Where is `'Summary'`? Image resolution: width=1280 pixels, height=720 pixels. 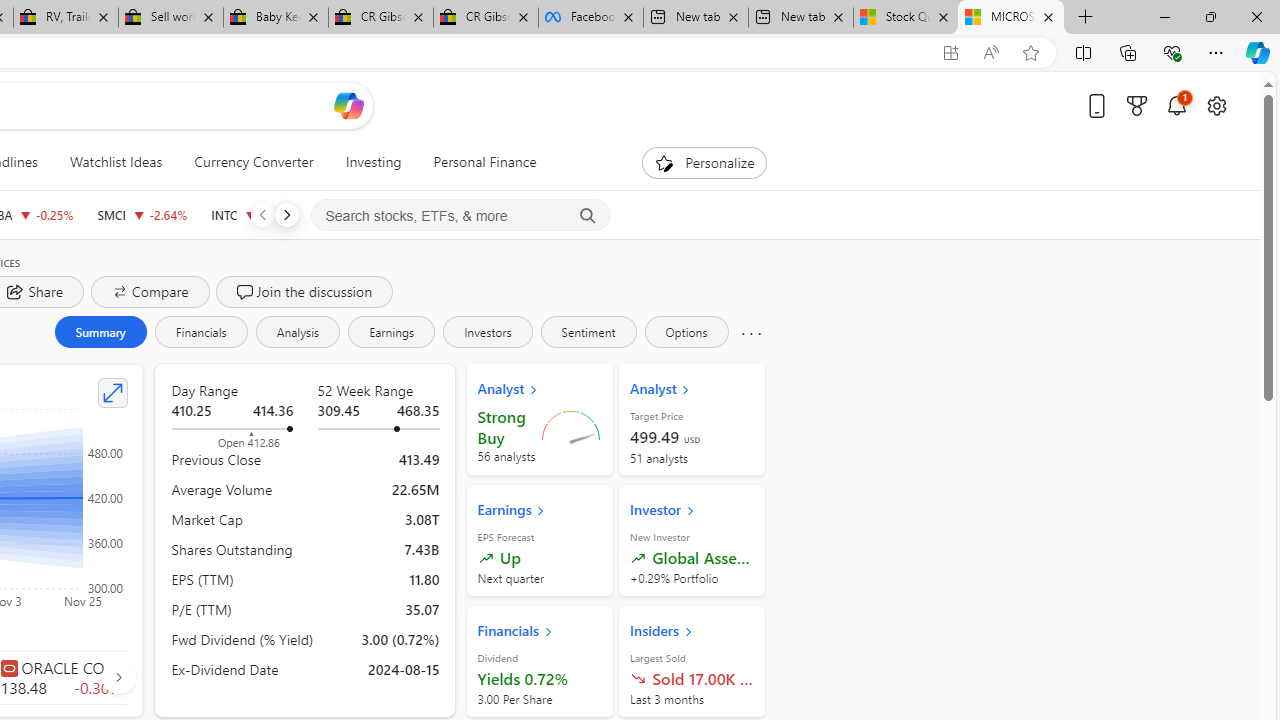
'Summary' is located at coordinates (99, 330).